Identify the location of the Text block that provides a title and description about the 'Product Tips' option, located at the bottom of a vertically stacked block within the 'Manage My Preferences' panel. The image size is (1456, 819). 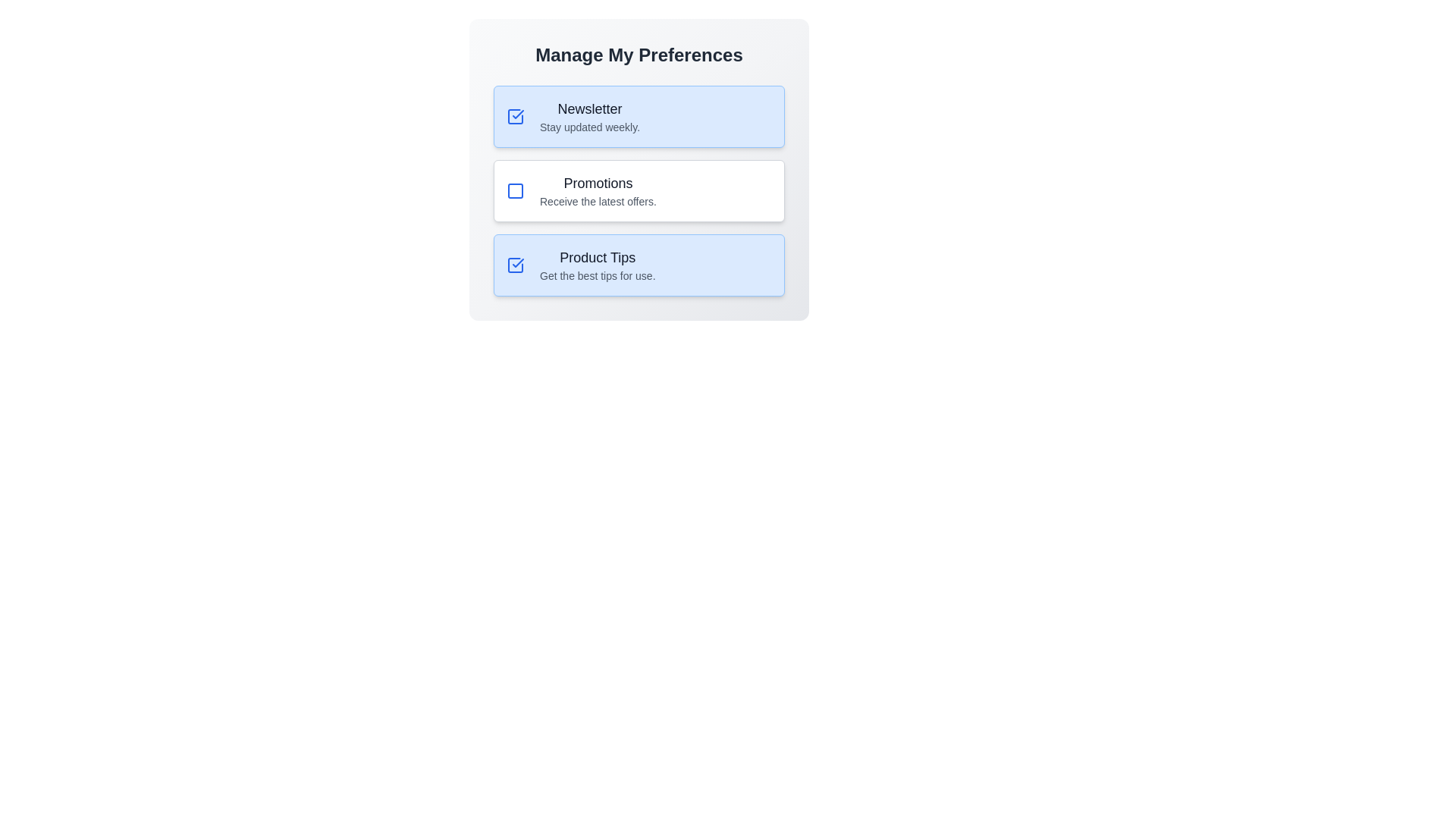
(597, 265).